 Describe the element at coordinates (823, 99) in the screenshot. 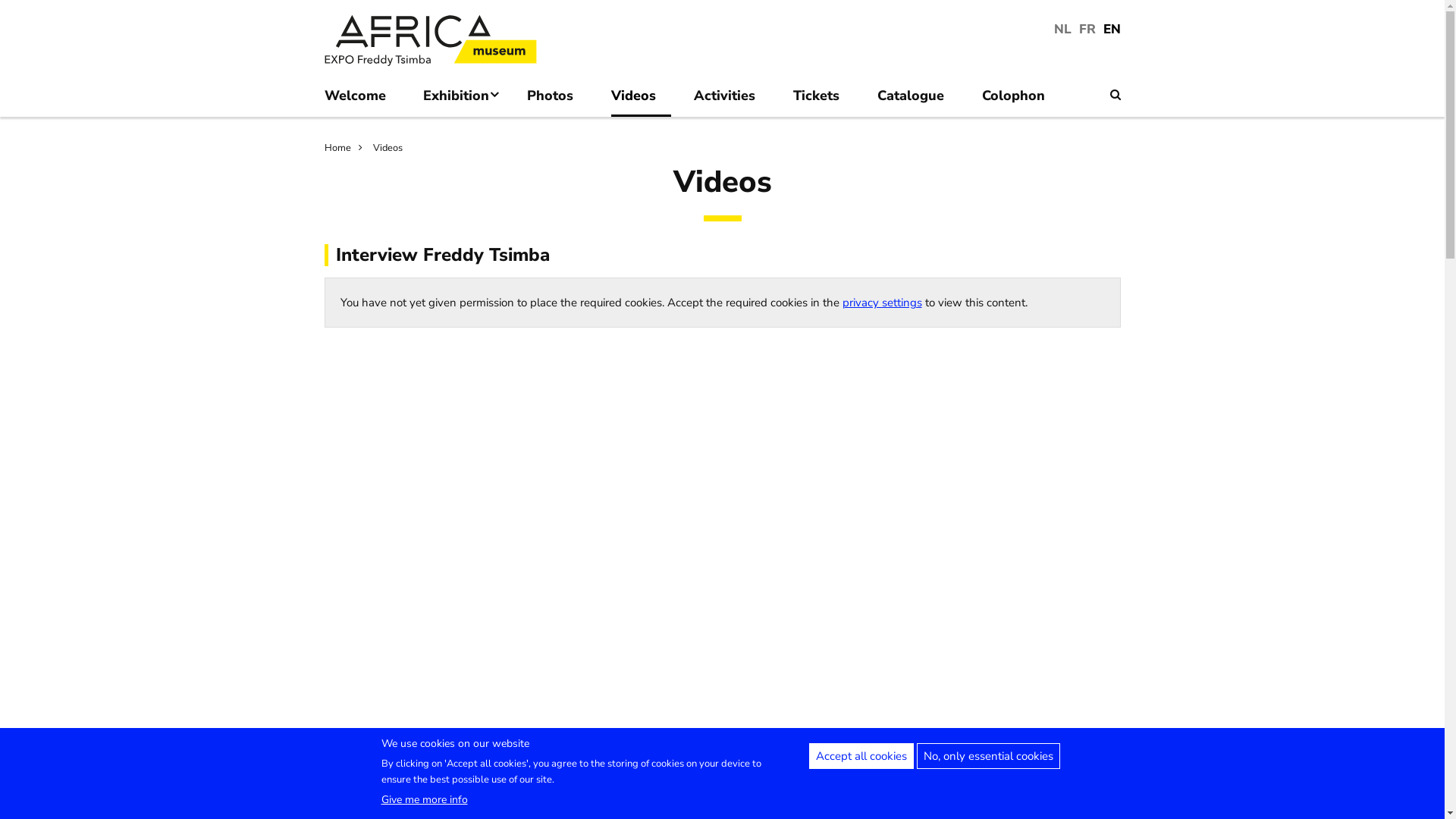

I see `'Tickets'` at that location.